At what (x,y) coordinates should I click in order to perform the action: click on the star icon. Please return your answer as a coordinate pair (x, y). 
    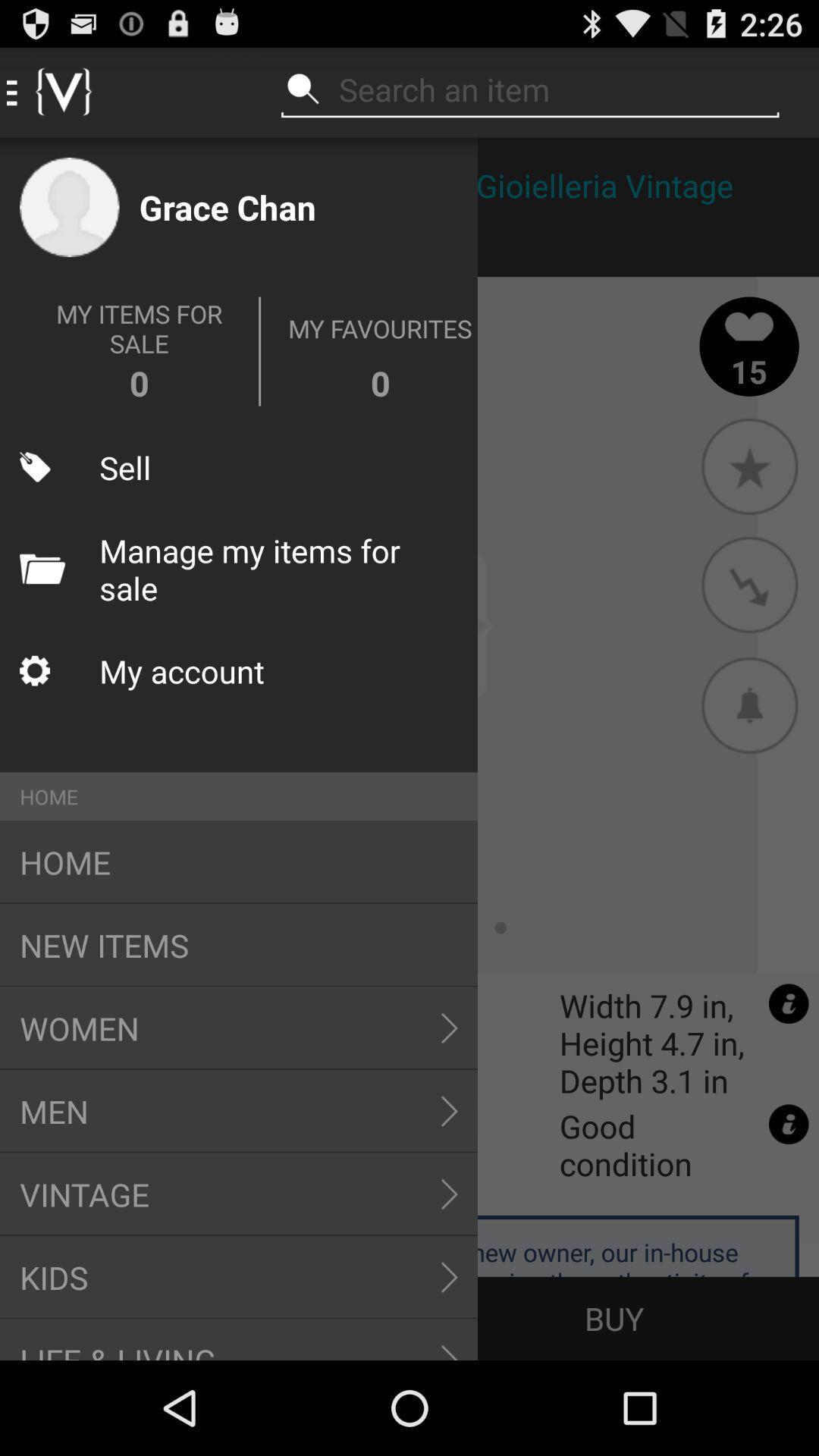
    Looking at the image, I should click on (748, 465).